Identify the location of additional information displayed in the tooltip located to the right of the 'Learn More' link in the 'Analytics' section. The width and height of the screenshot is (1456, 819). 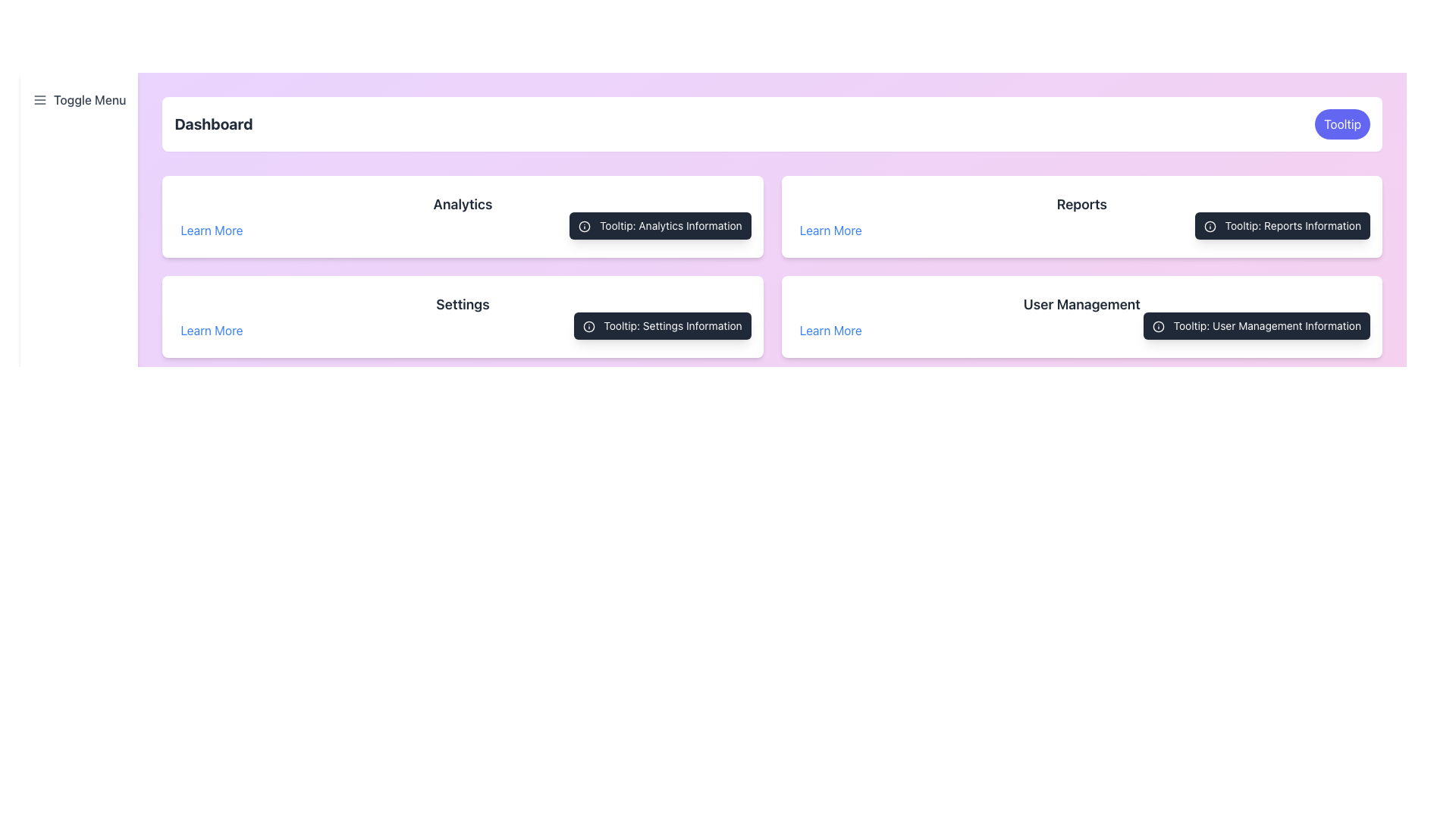
(660, 225).